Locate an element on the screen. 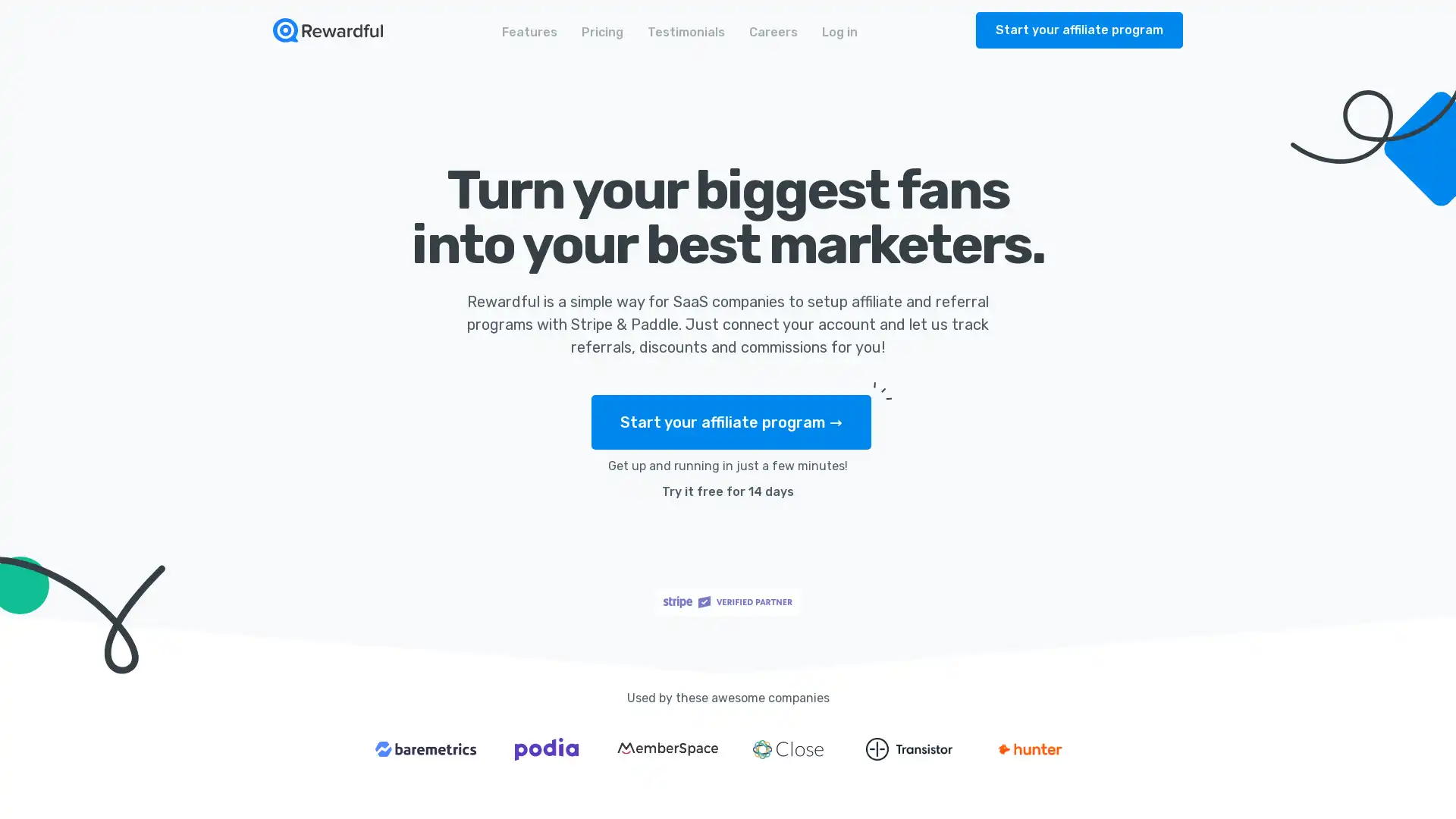 This screenshot has width=1456, height=819. Open Intercom Messenger is located at coordinates (1417, 780).